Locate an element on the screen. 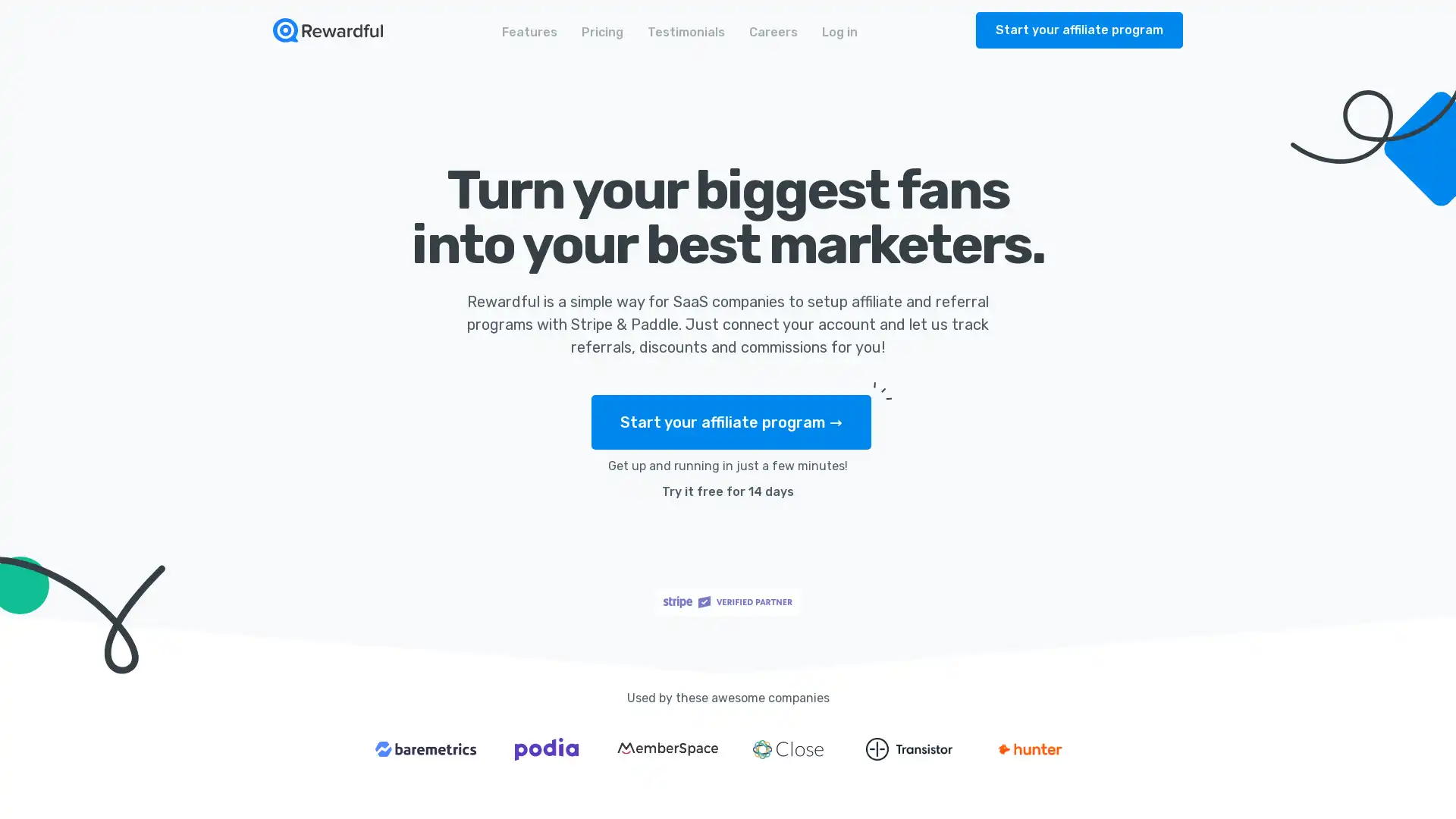 This screenshot has width=1456, height=819. Open Intercom Messenger is located at coordinates (1417, 780).